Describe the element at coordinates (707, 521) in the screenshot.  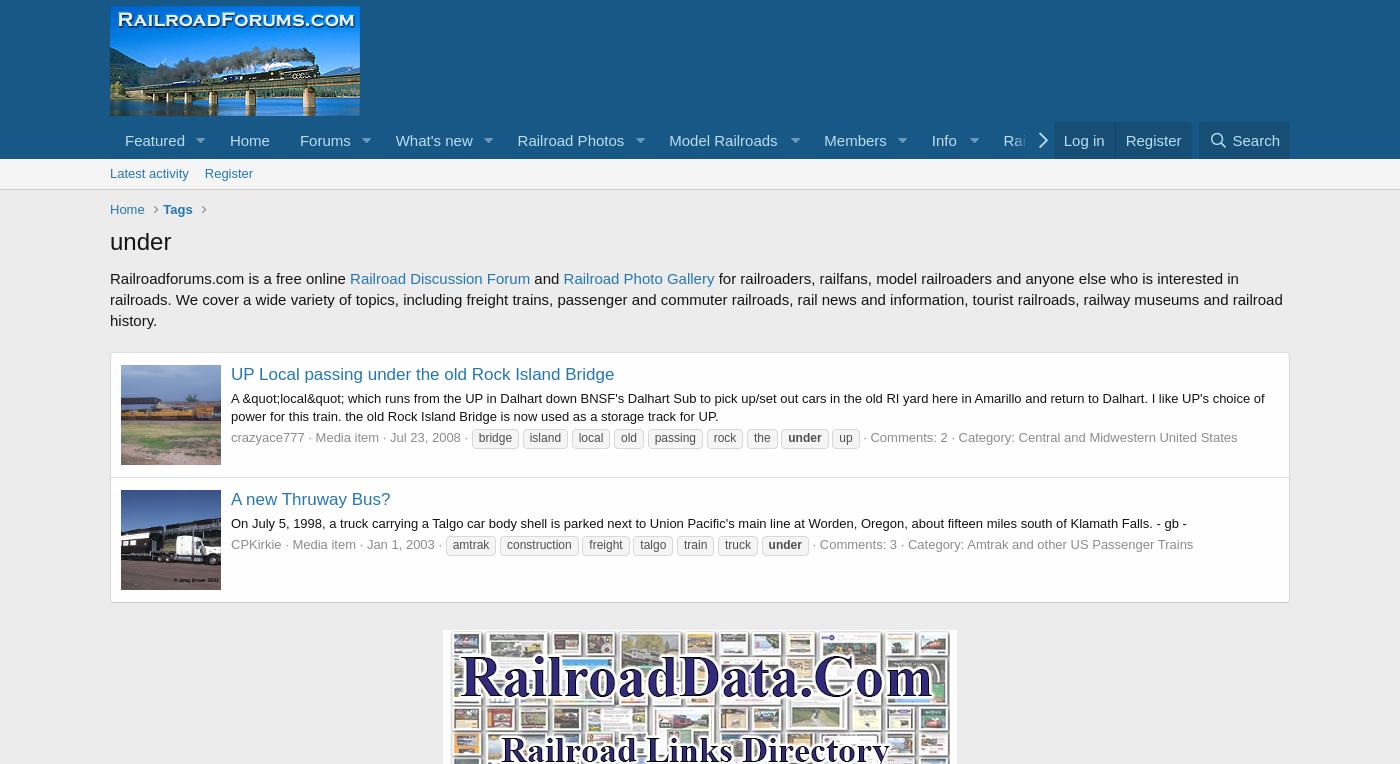
I see `'On July 5, 1998, a truck carrying a Talgo car body shell is parked next to Union Pacific's main line at Worden, Oregon, about fifteen miles south of Klamath Falls. 

- gb -'` at that location.